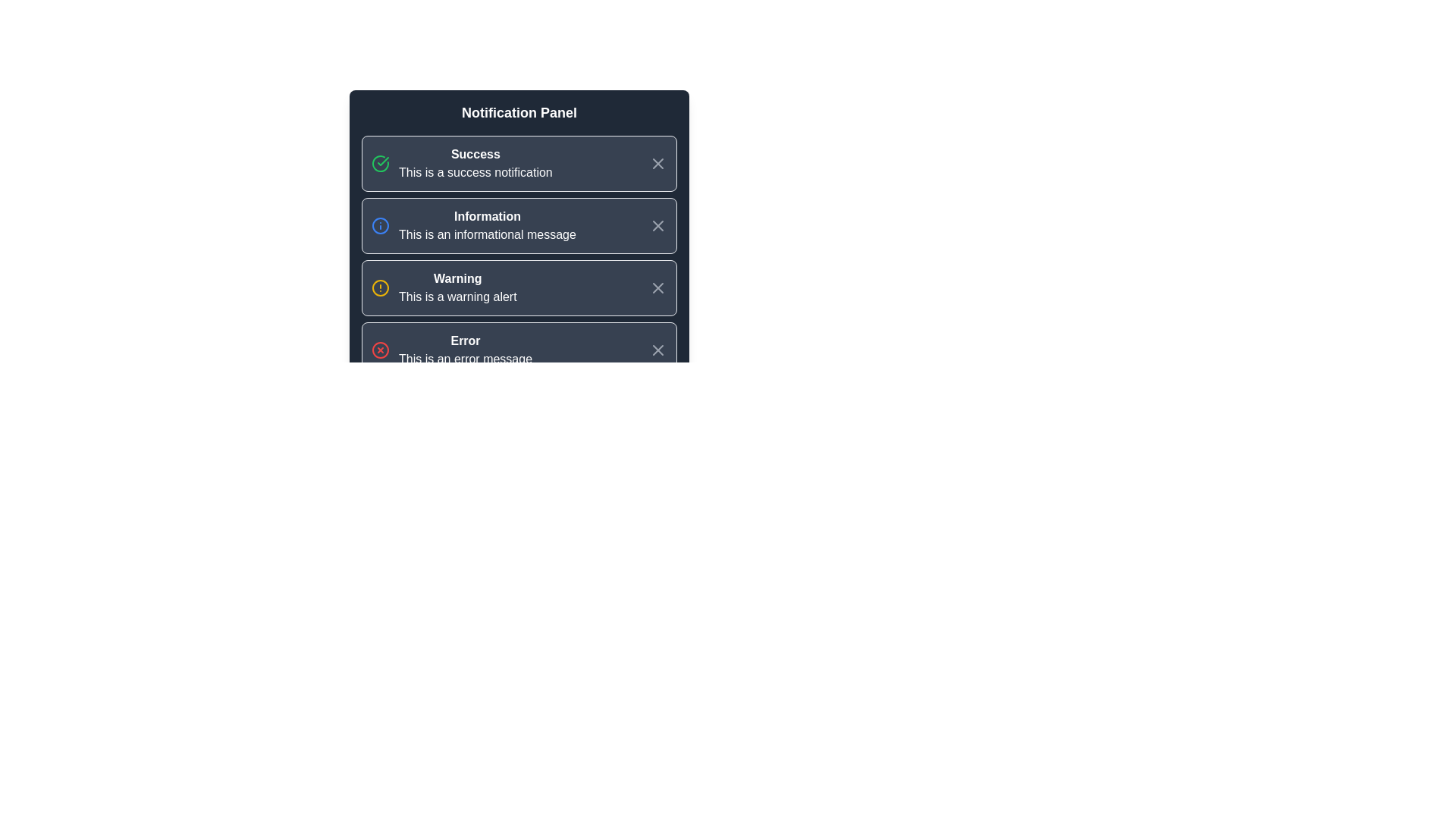 The height and width of the screenshot is (819, 1456). I want to click on the yellow circular outline with a filled center that forms part of the 'Warning' notification icon located in the third row of the notification list, so click(381, 288).